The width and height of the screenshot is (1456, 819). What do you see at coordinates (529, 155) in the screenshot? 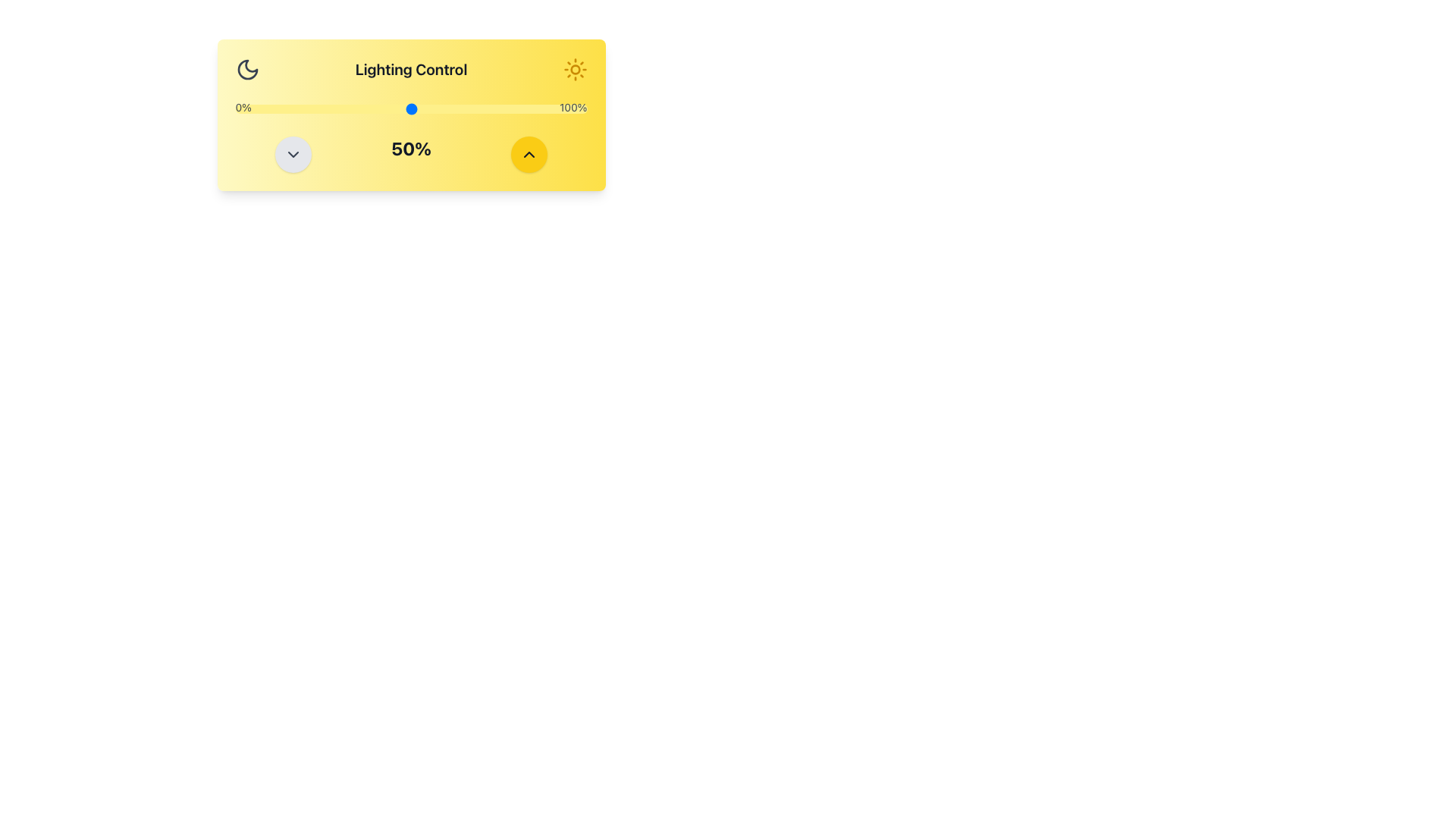
I see `the rightmost circular button with a yellow background and an upward-facing chevron icon, positioned to the right of the text '50%', for interaction` at bounding box center [529, 155].